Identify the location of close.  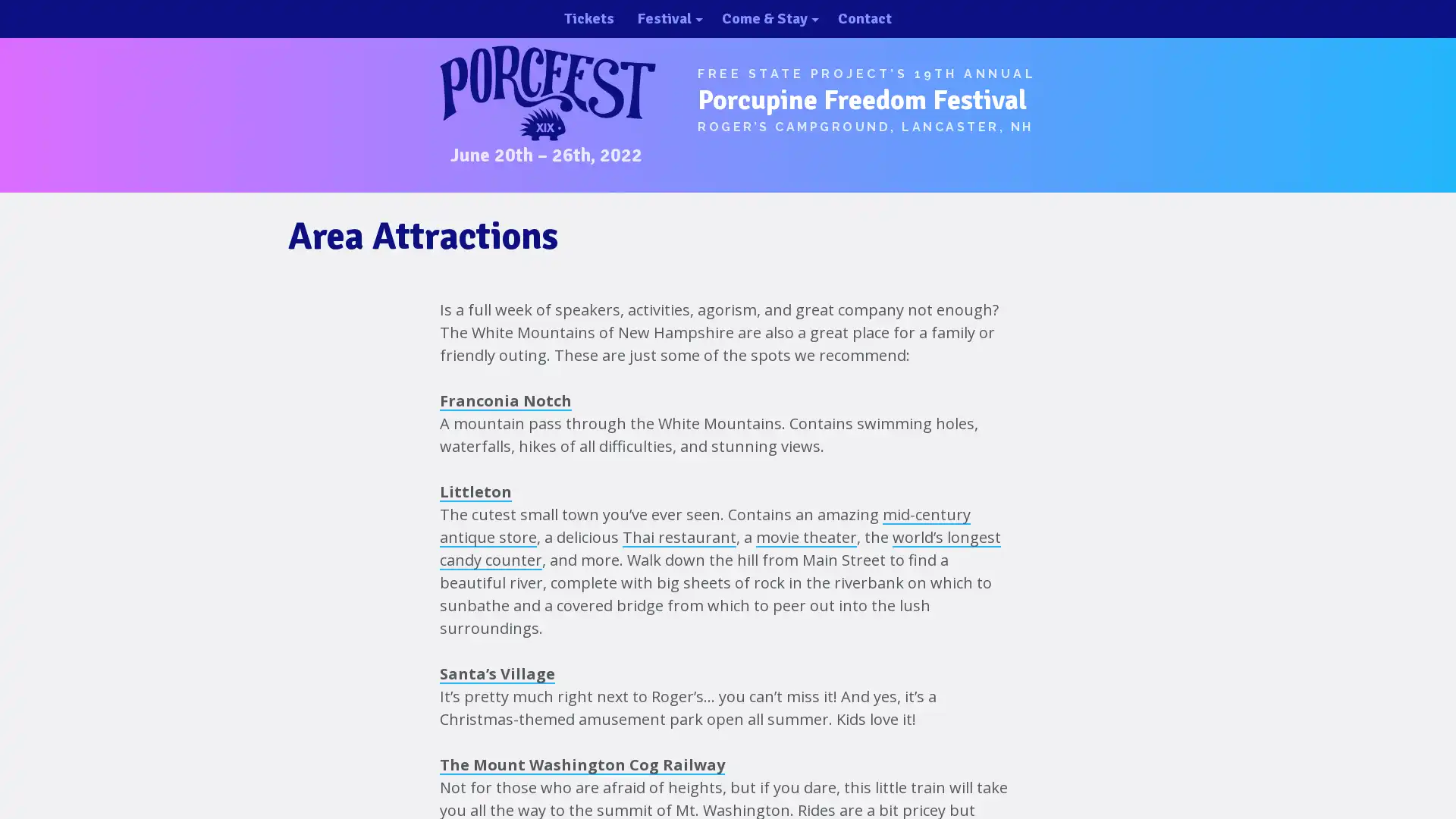
(1407, 61).